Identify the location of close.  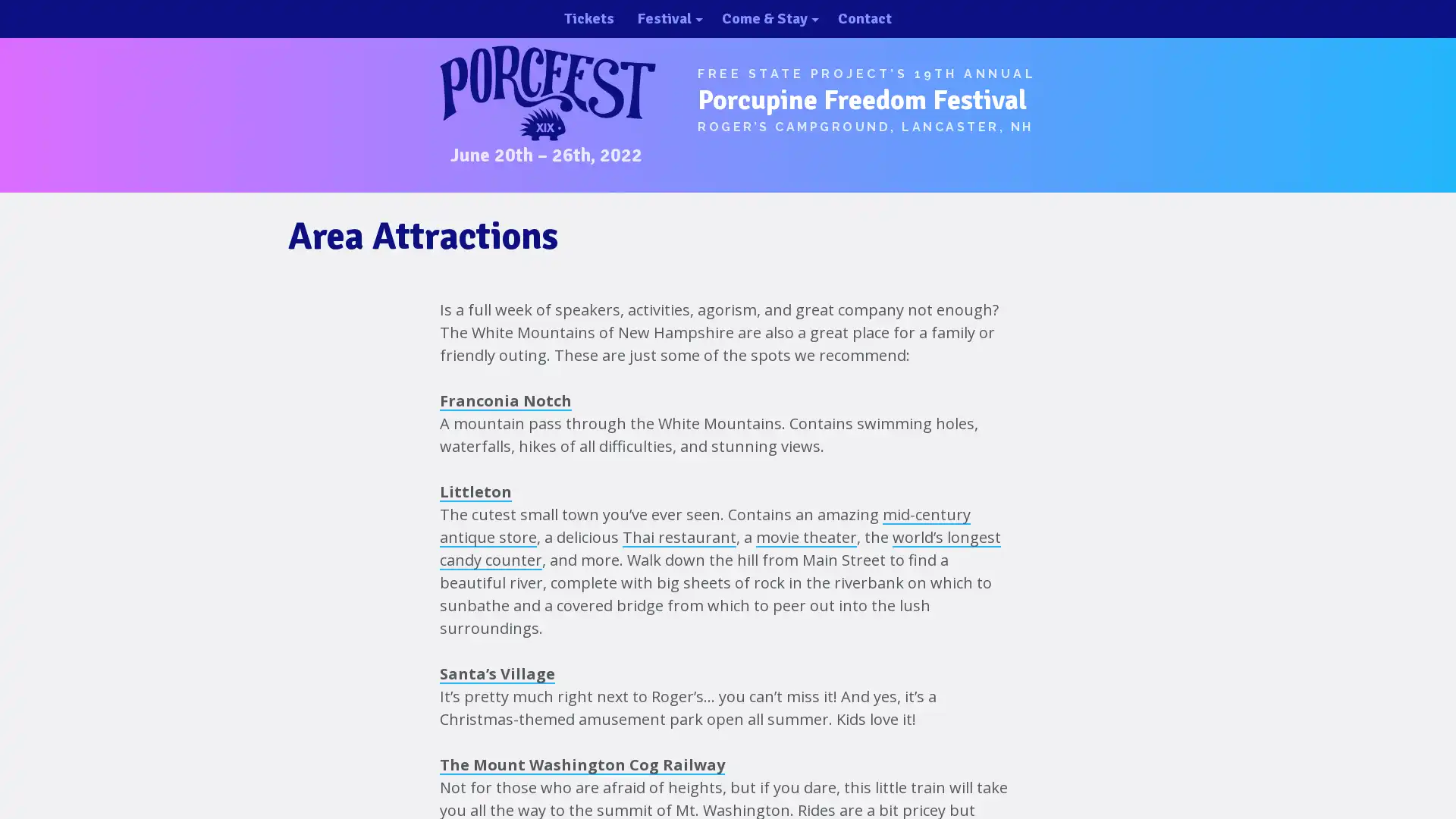
(1407, 61).